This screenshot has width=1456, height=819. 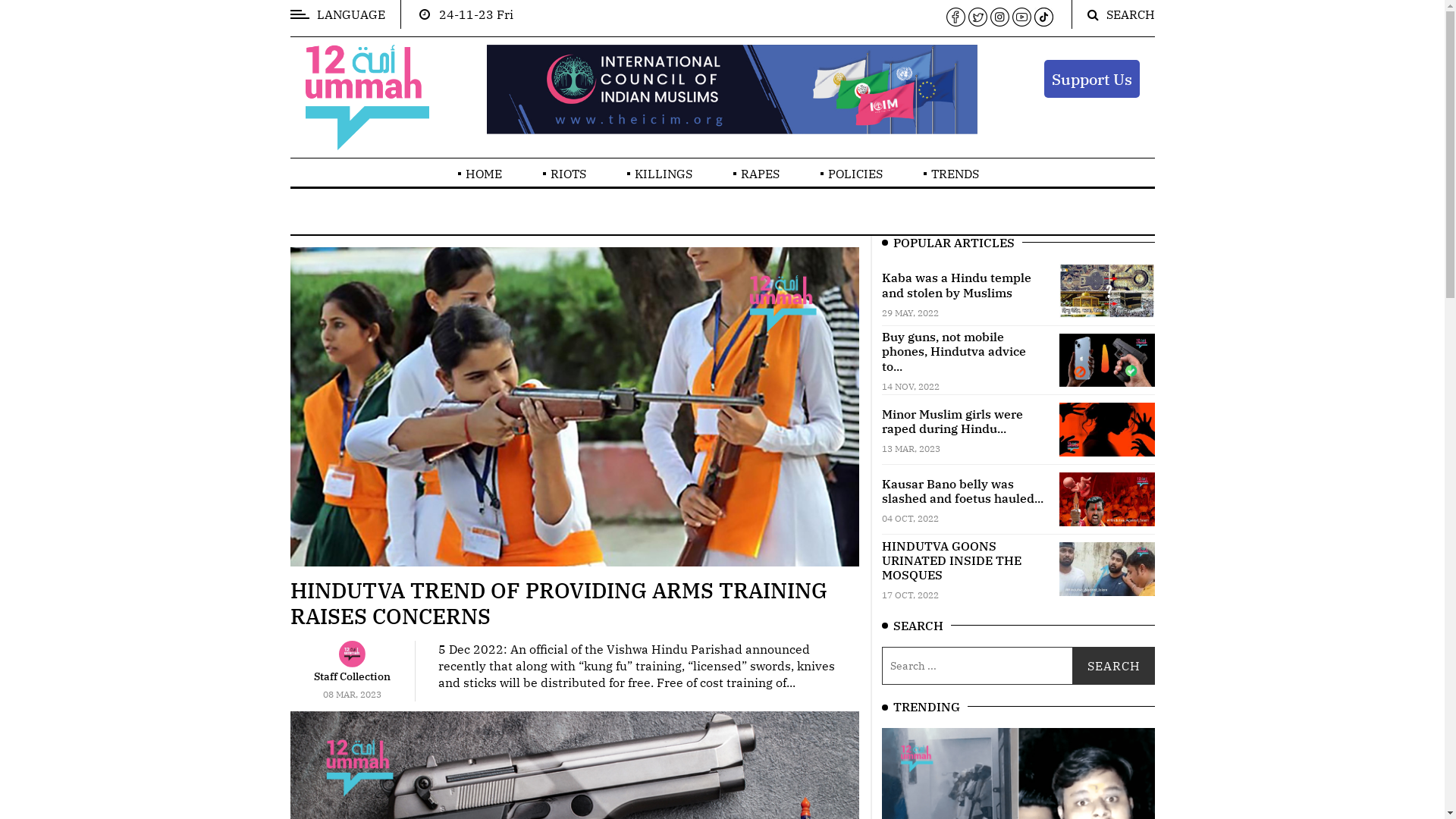 What do you see at coordinates (465, 172) in the screenshot?
I see `'HOME'` at bounding box center [465, 172].